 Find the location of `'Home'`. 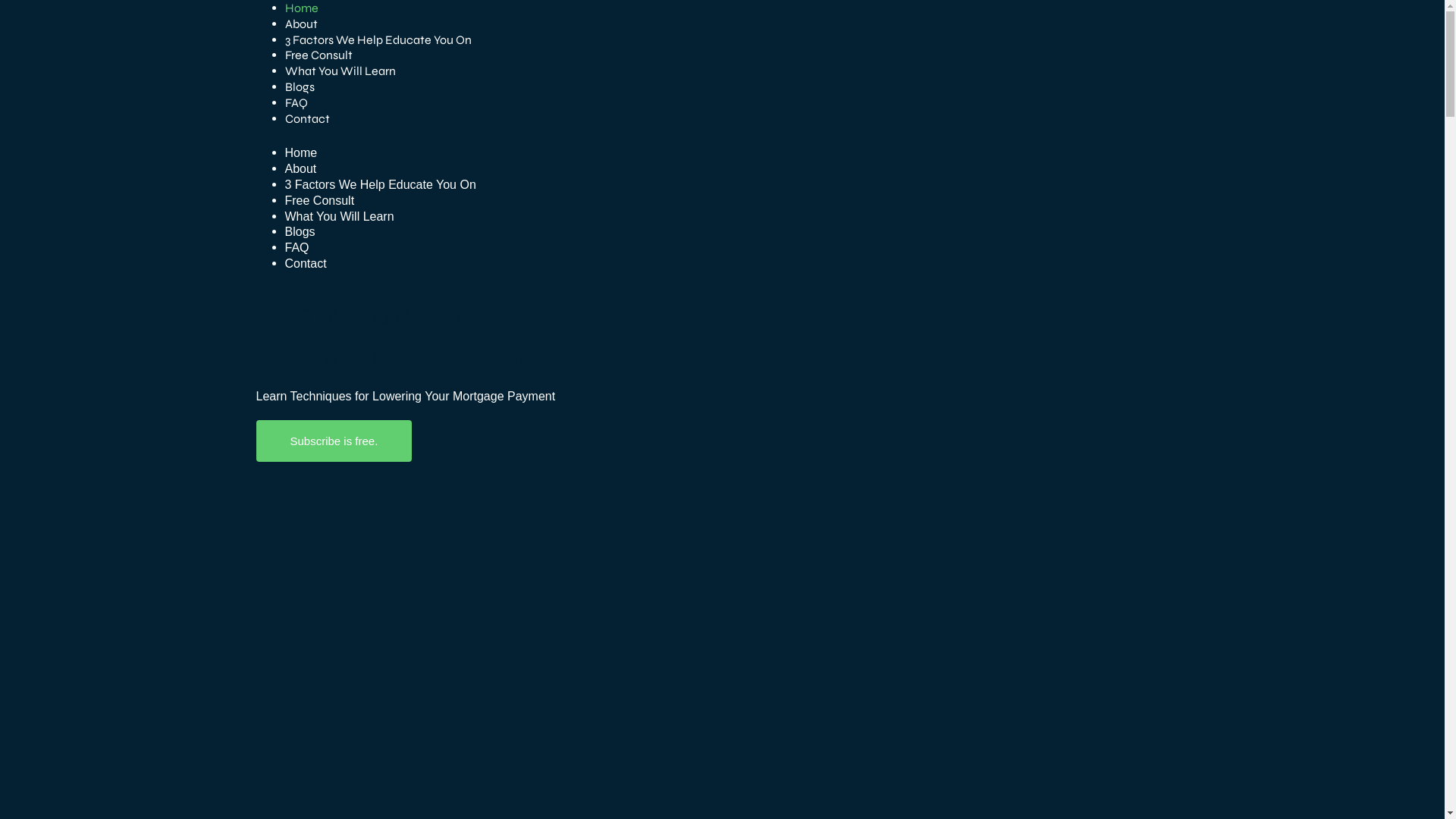

'Home' is located at coordinates (284, 152).